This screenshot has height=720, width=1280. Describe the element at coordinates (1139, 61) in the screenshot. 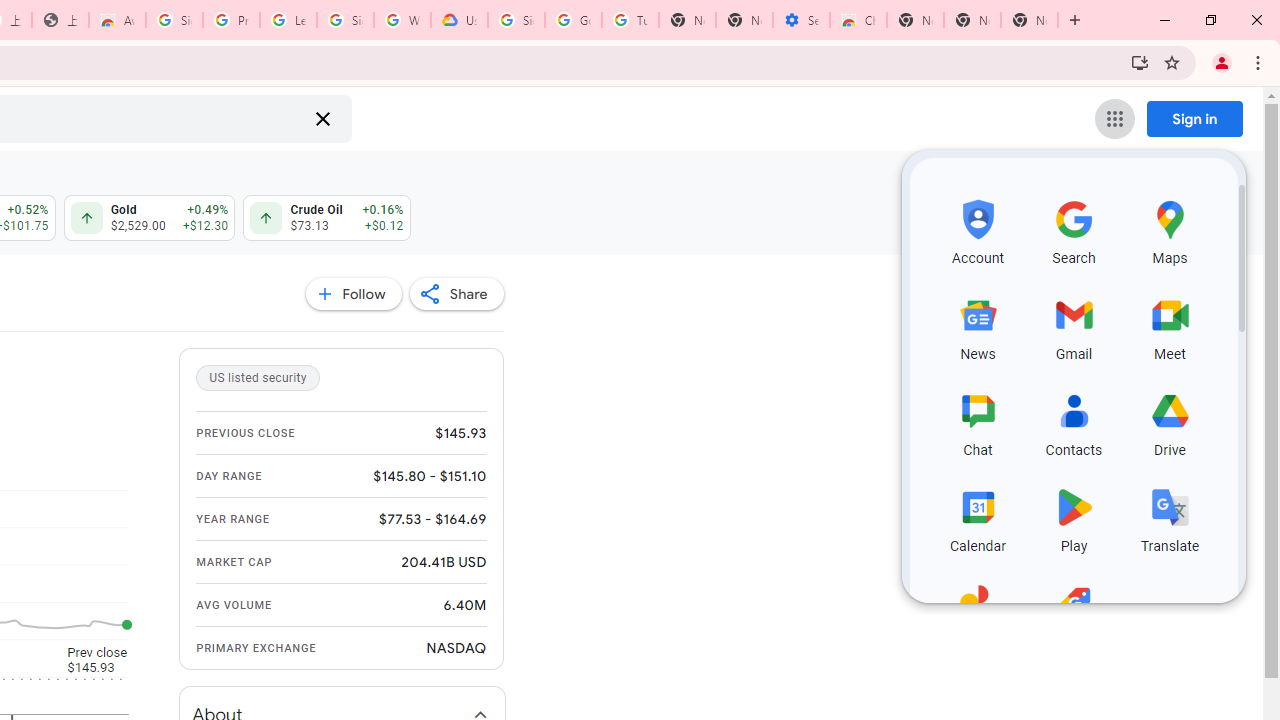

I see `'Install Google Finance'` at that location.